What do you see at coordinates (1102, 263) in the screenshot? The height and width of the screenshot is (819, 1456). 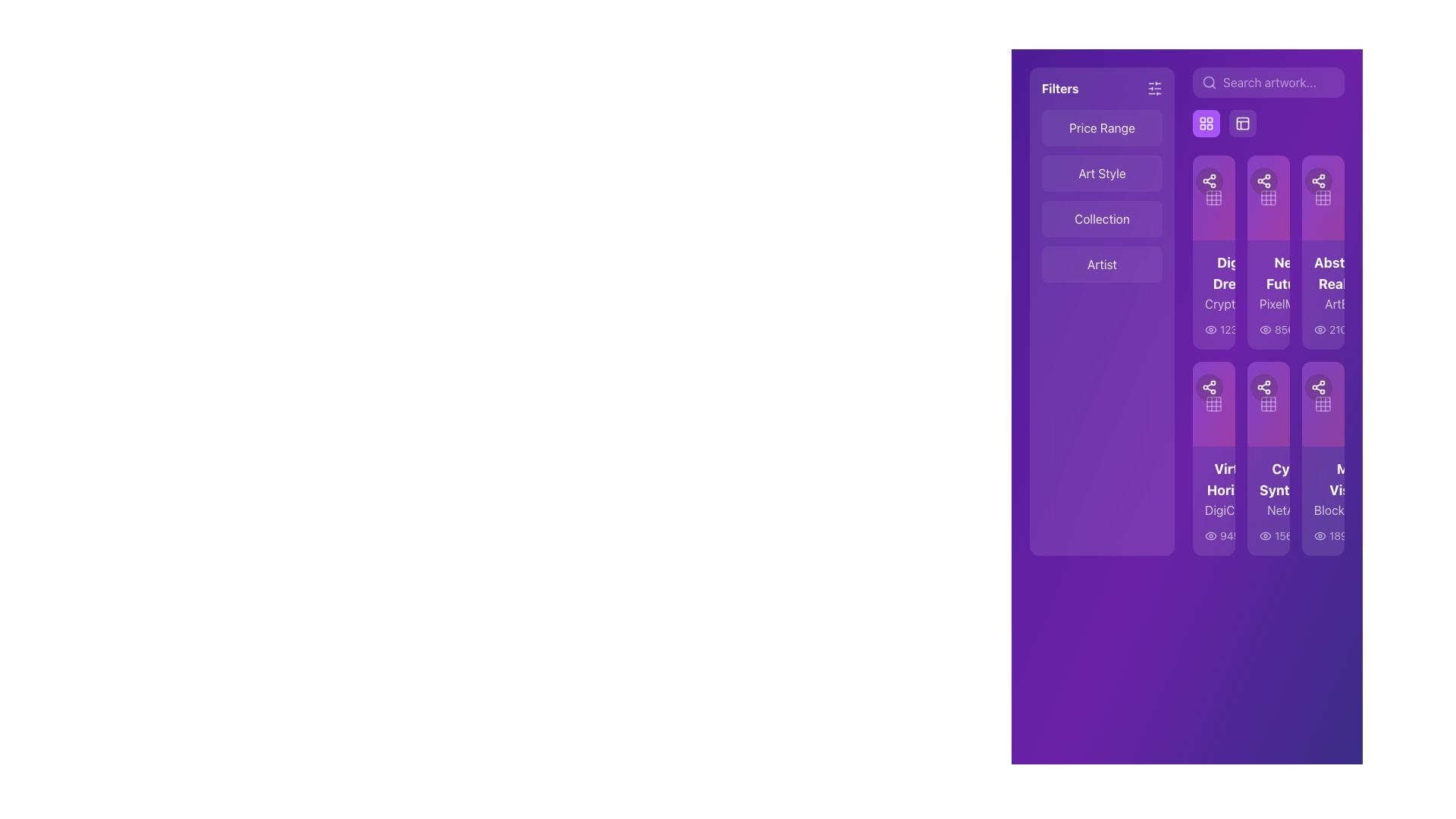 I see `the 'Artist' filter button located in the left-side menu, which is the fourth option in the vertically arranged list of filter criteria` at bounding box center [1102, 263].